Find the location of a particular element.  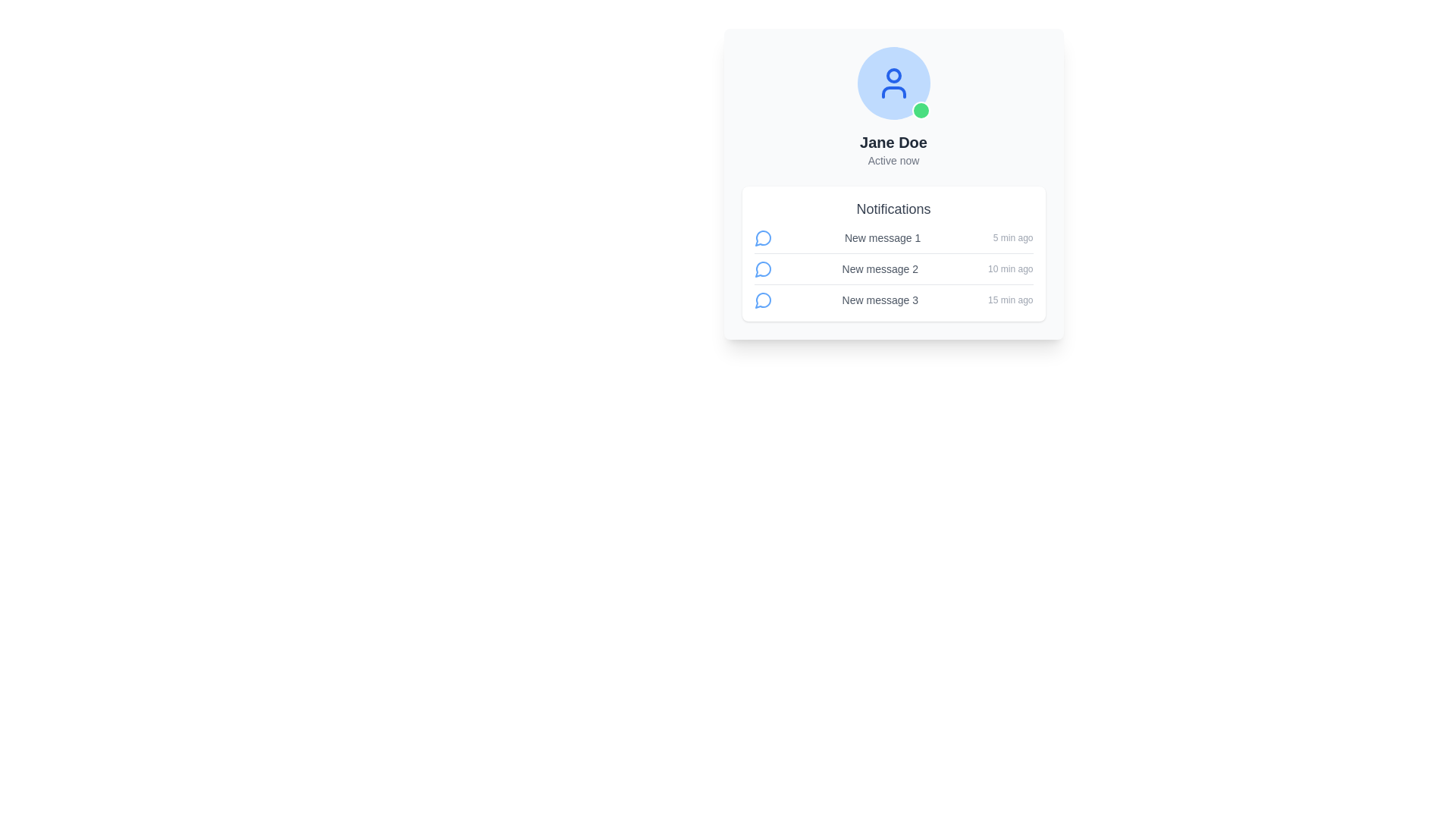

the first Notification List Item, which contains a blue chat icon, the text 'New message 1', and a timestamp '5 min ago' is located at coordinates (893, 240).